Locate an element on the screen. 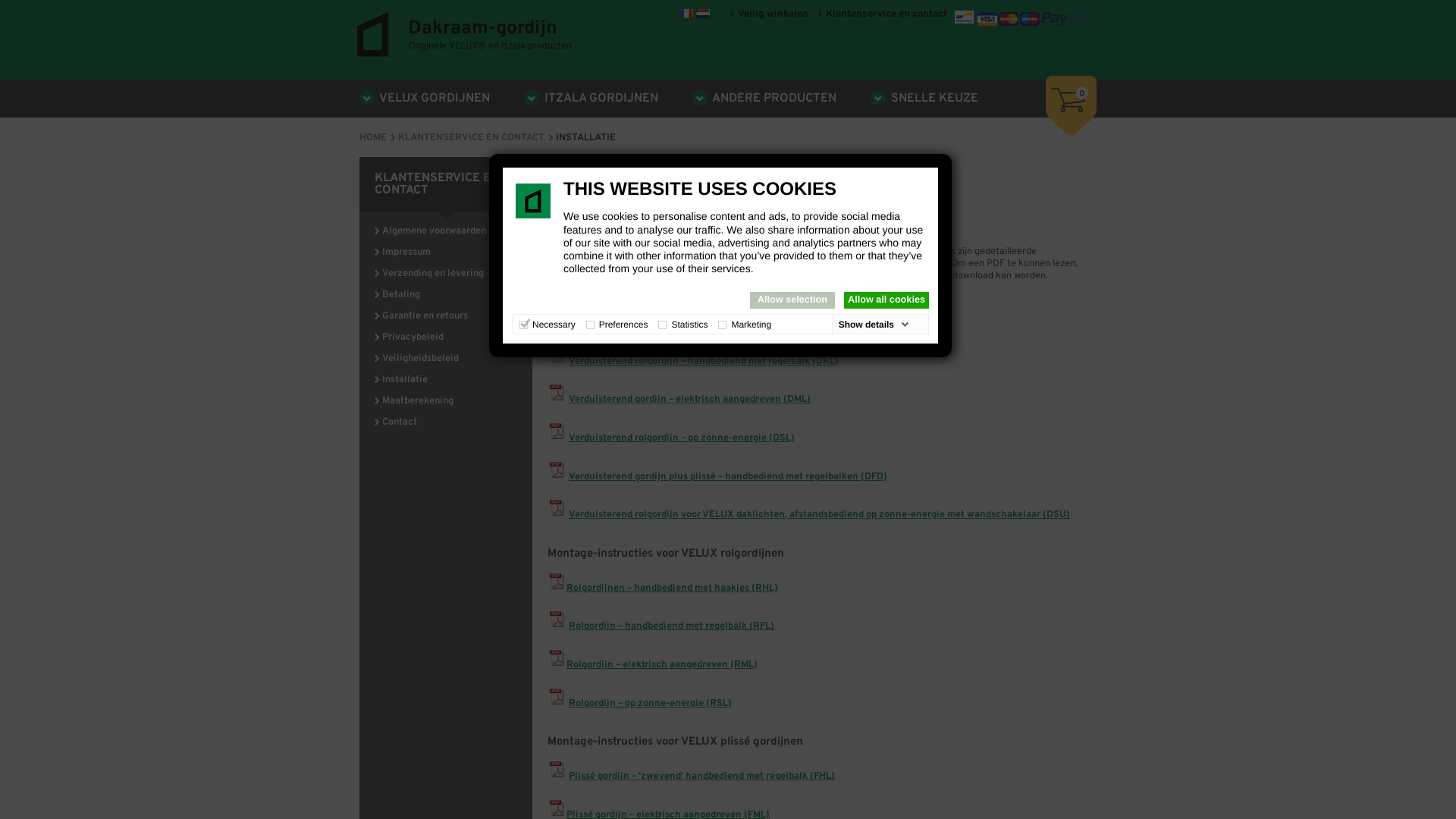  'KLANTENSERVICE EN CONTACT' is located at coordinates (475, 137).